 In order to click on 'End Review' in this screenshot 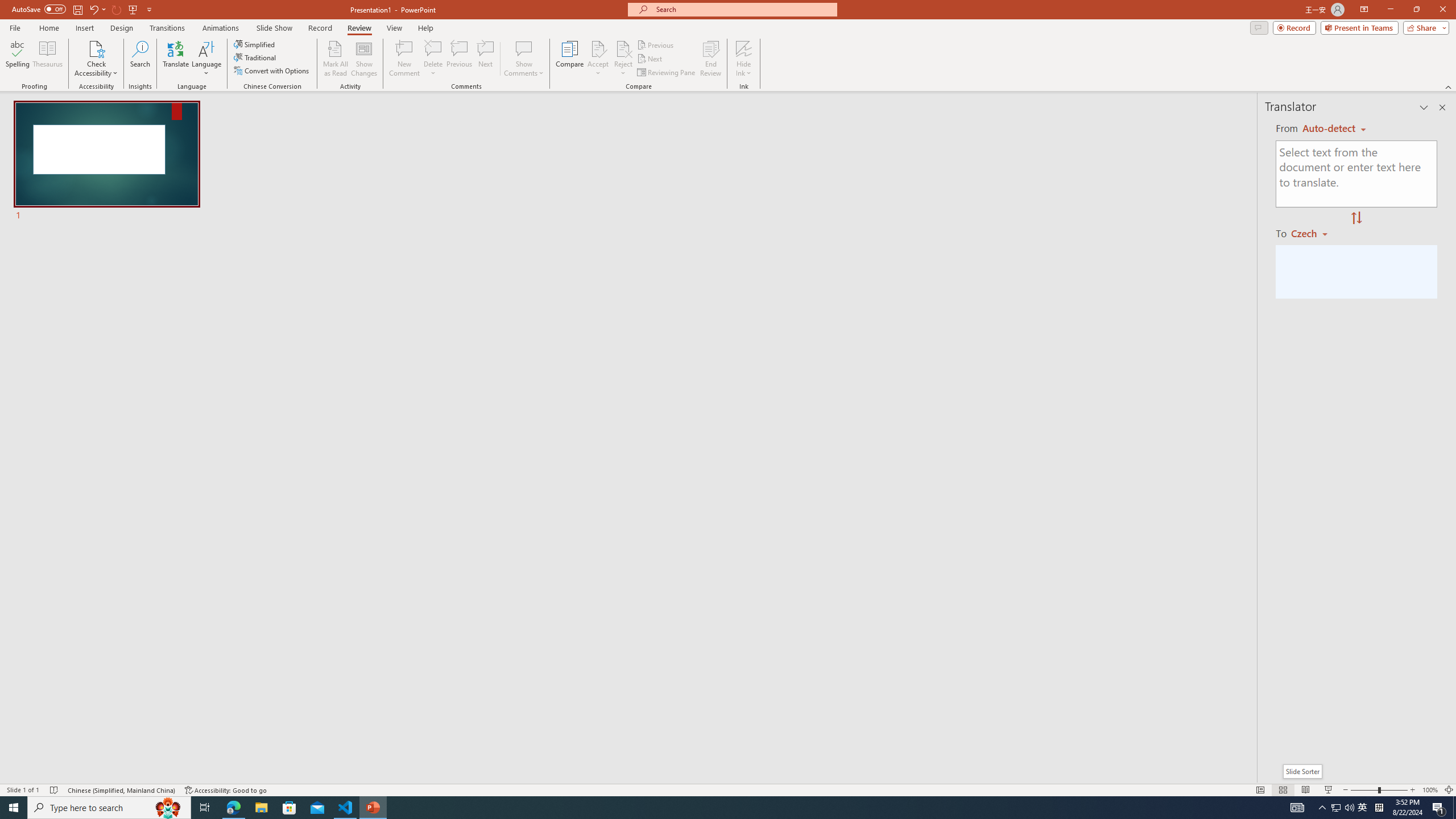, I will do `click(710, 59)`.